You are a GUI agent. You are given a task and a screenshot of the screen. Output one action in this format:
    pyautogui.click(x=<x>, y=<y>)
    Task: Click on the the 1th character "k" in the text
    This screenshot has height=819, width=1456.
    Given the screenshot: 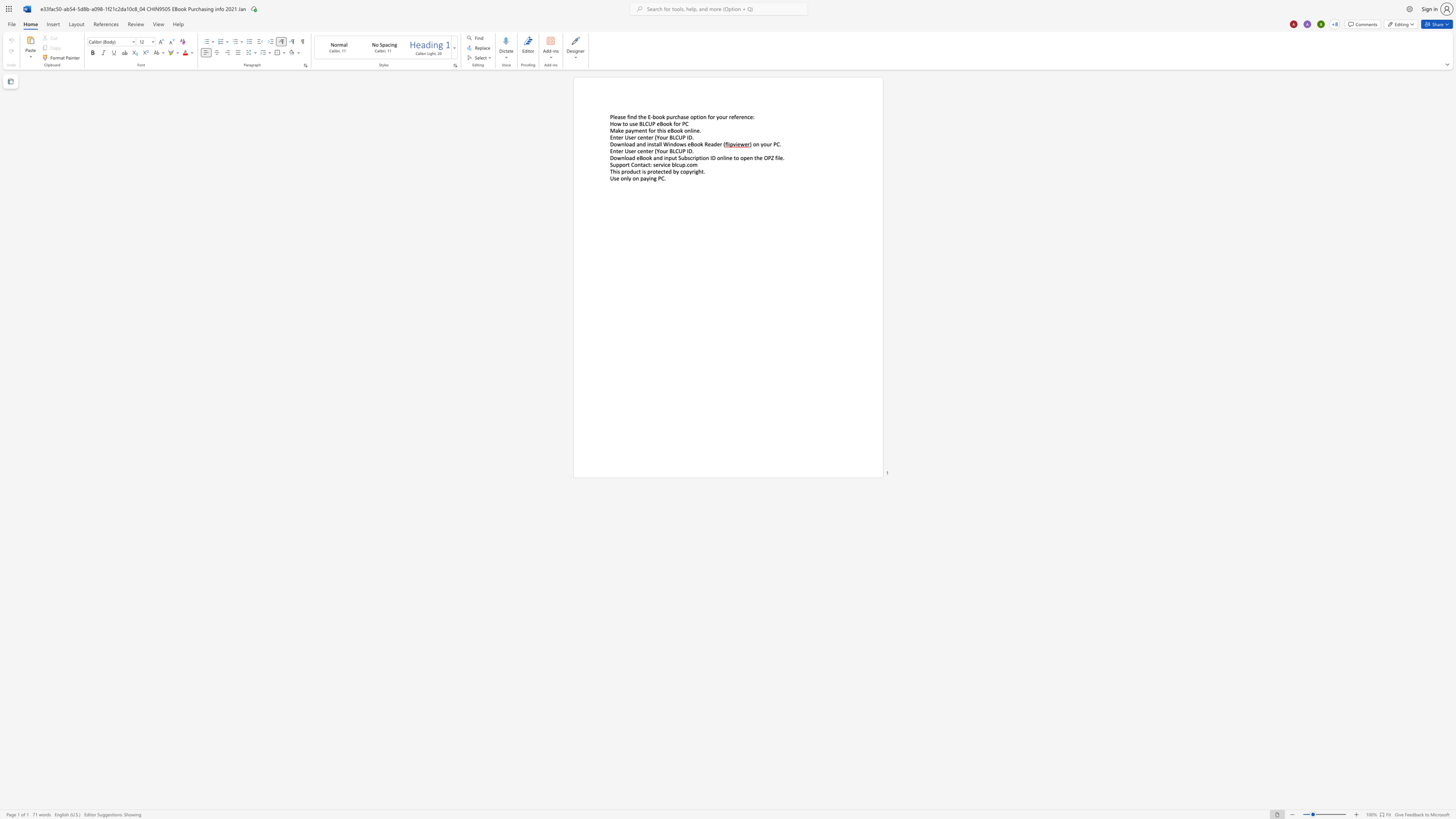 What is the action you would take?
    pyautogui.click(x=619, y=130)
    